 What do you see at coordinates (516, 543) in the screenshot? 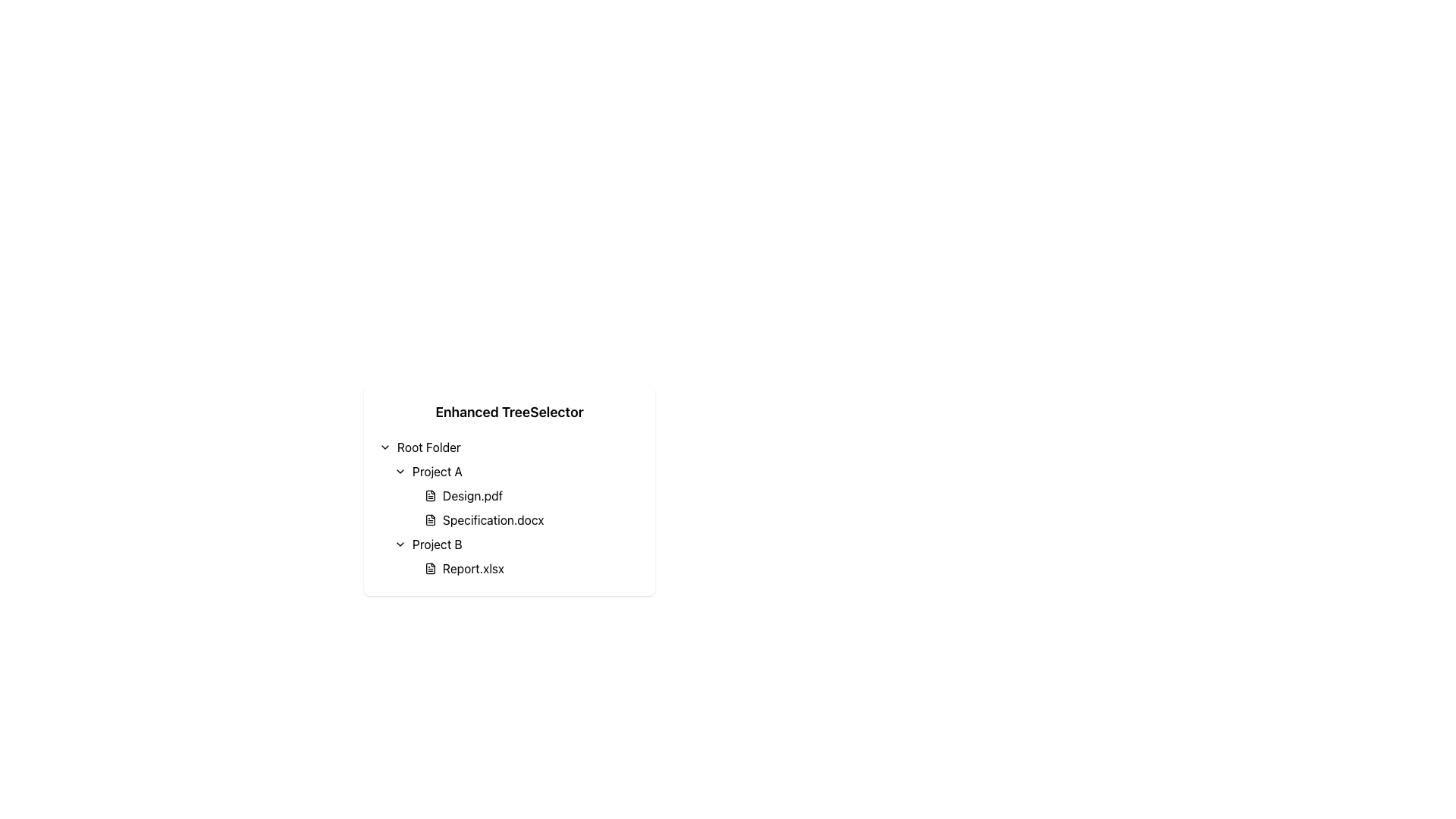
I see `the Collapsible Tree Node labeled 'Project B'` at bounding box center [516, 543].